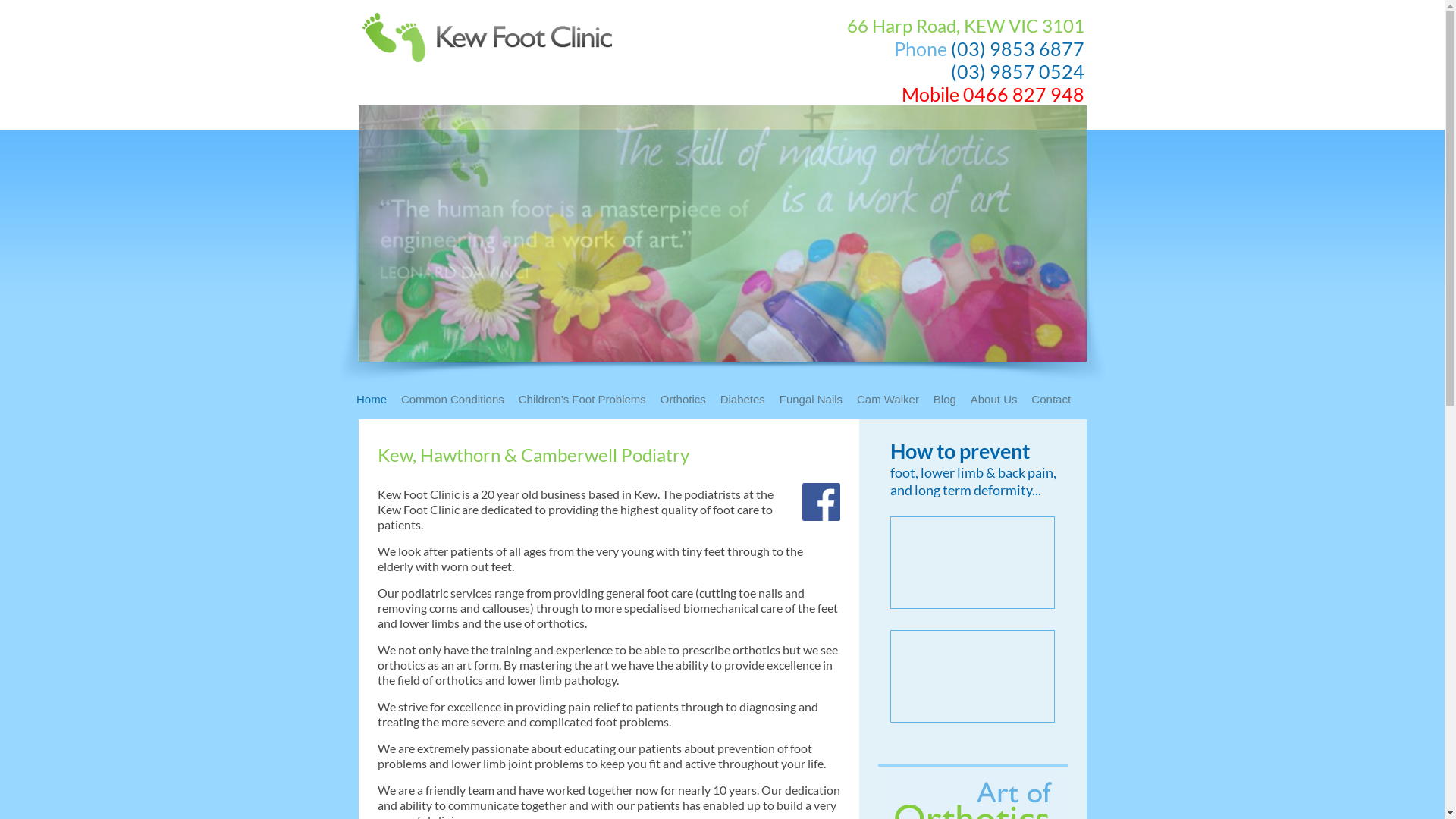 This screenshot has height=819, width=1456. I want to click on 'Fungal Nails', so click(815, 403).